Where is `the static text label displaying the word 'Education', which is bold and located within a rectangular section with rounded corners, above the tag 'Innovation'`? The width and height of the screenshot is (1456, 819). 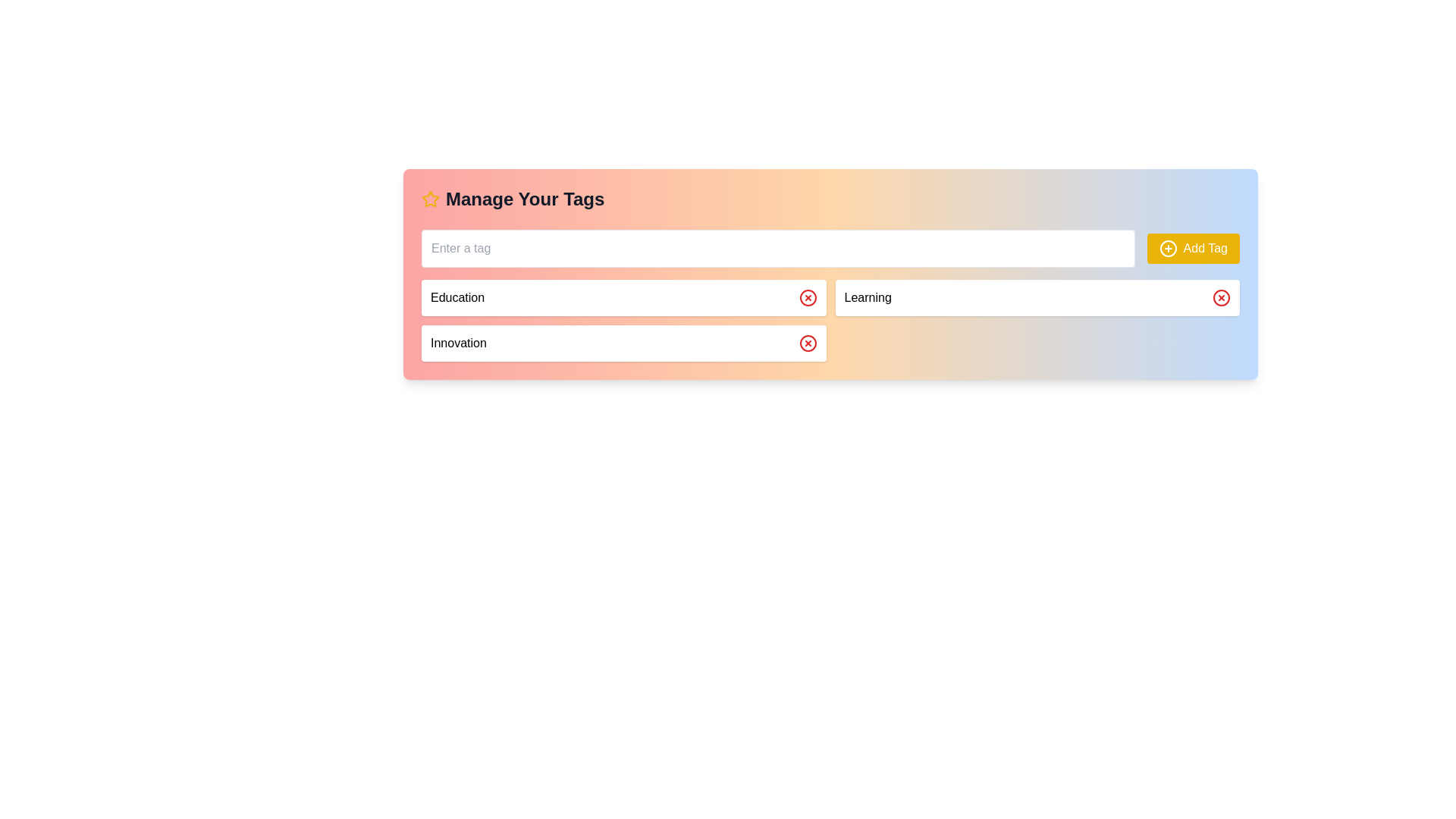 the static text label displaying the word 'Education', which is bold and located within a rectangular section with rounded corners, above the tag 'Innovation' is located at coordinates (457, 298).